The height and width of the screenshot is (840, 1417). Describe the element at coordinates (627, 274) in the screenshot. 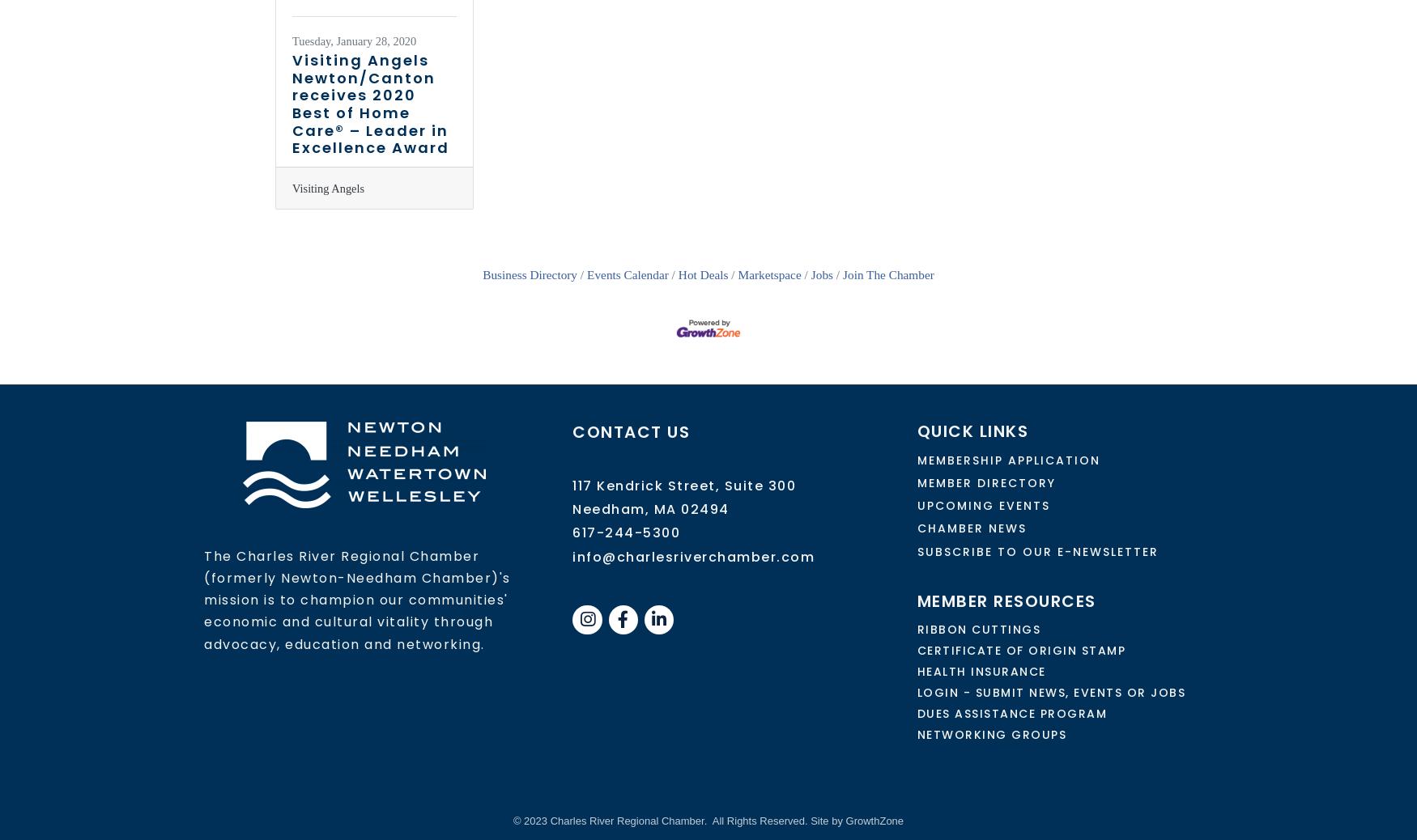

I see `'Events Calendar'` at that location.